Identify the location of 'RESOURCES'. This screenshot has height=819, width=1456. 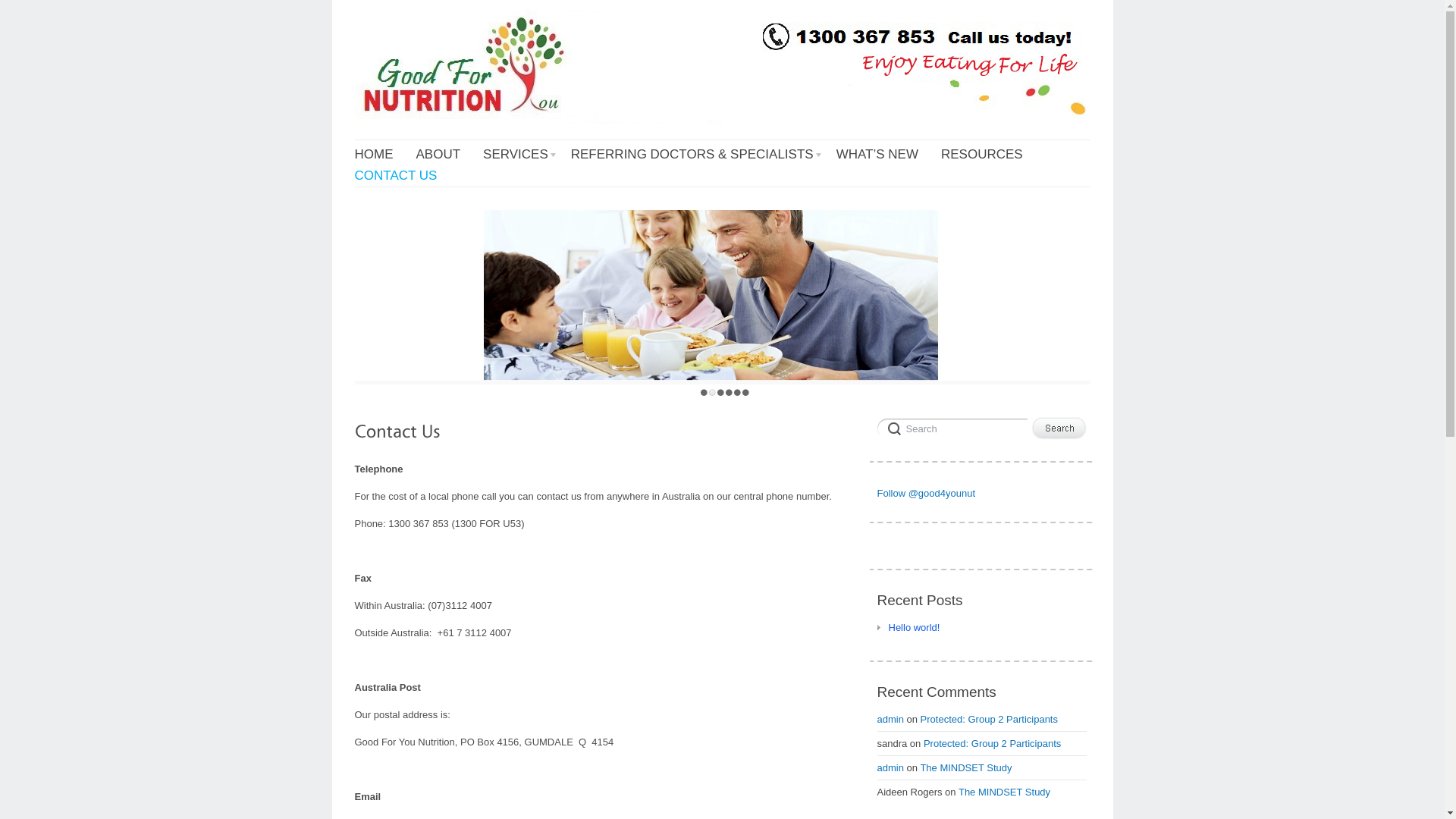
(940, 155).